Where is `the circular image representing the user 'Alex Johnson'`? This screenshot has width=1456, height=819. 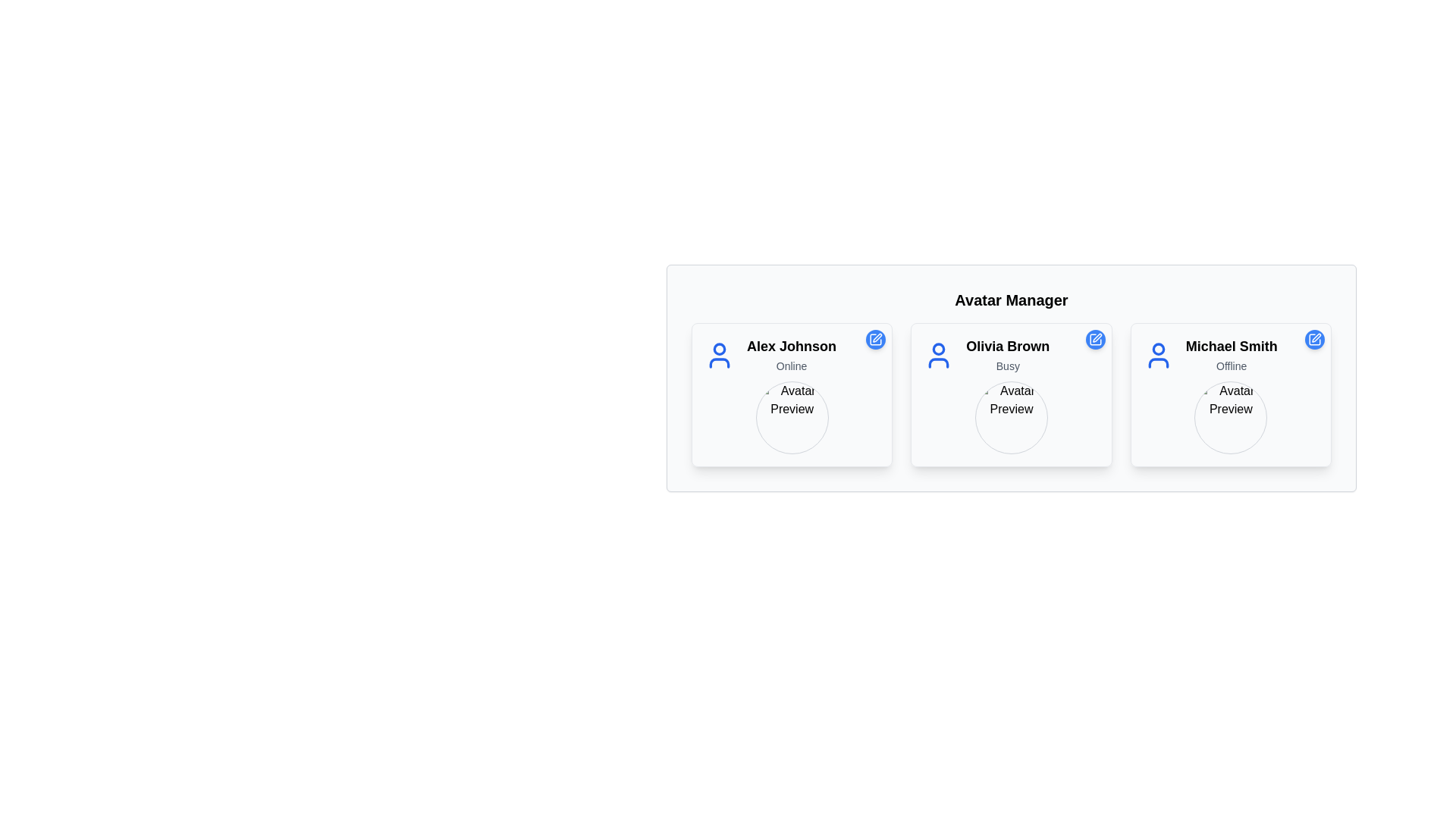
the circular image representing the user 'Alex Johnson' is located at coordinates (791, 418).